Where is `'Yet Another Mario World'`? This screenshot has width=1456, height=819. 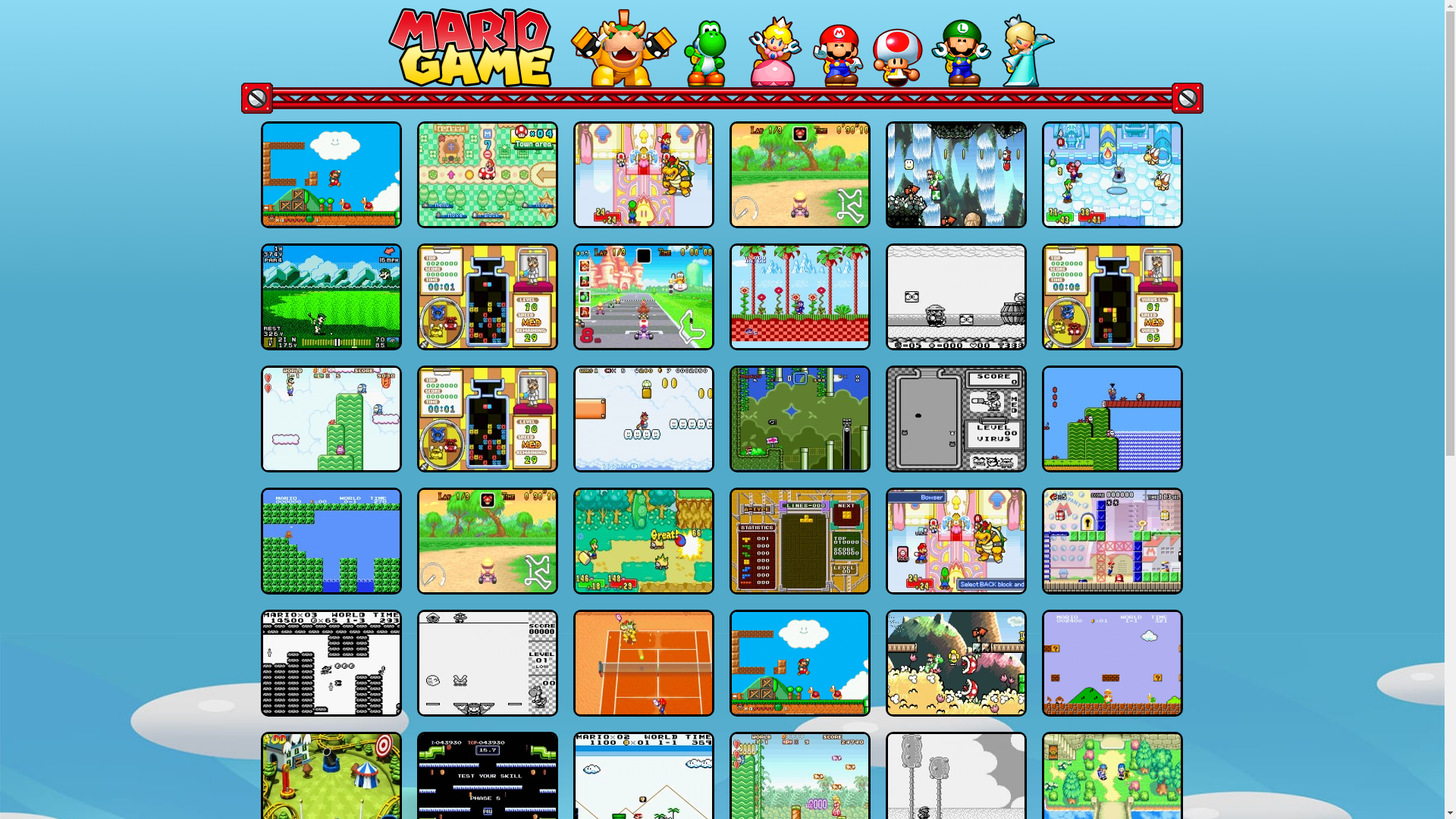 'Yet Another Mario World' is located at coordinates (731, 417).